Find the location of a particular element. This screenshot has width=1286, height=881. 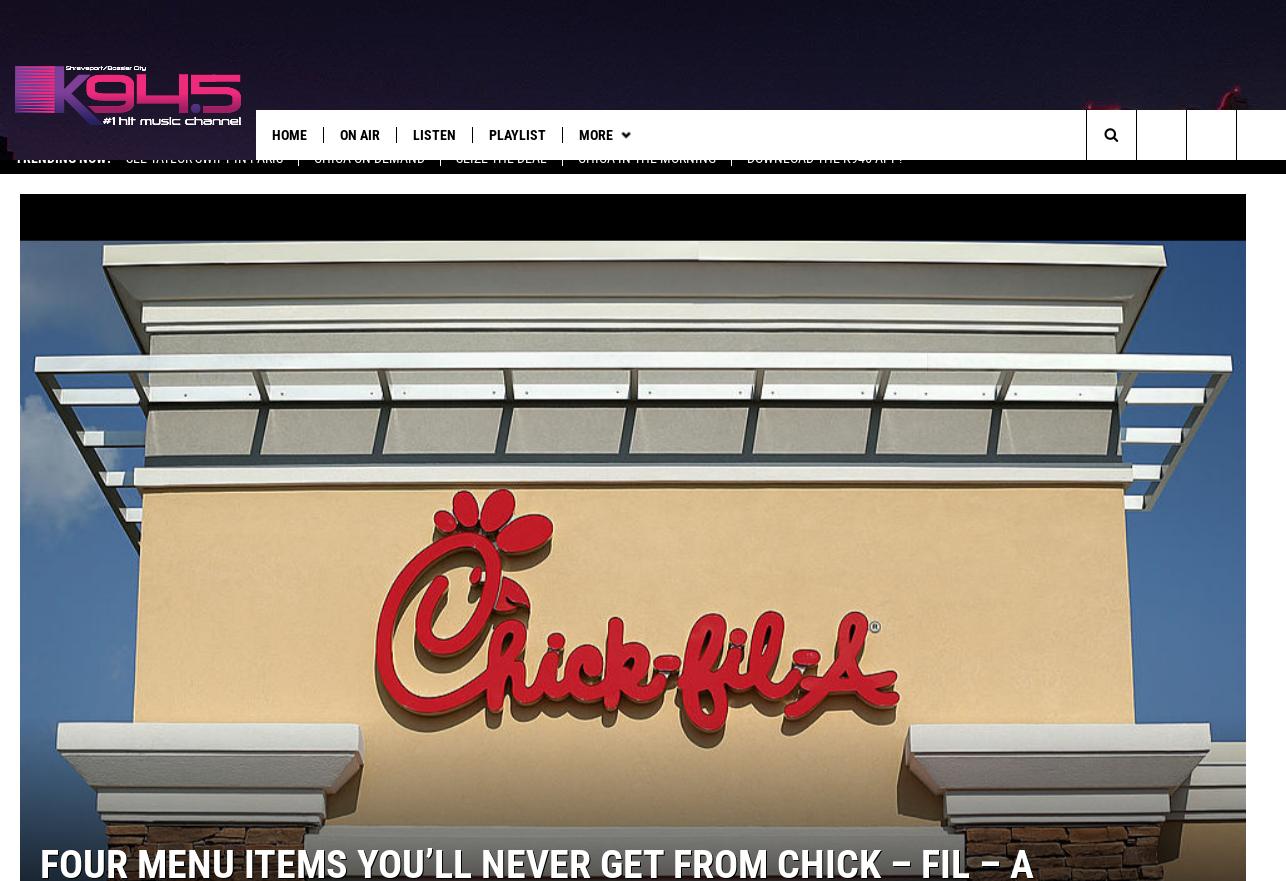

'On Air' is located at coordinates (358, 134).